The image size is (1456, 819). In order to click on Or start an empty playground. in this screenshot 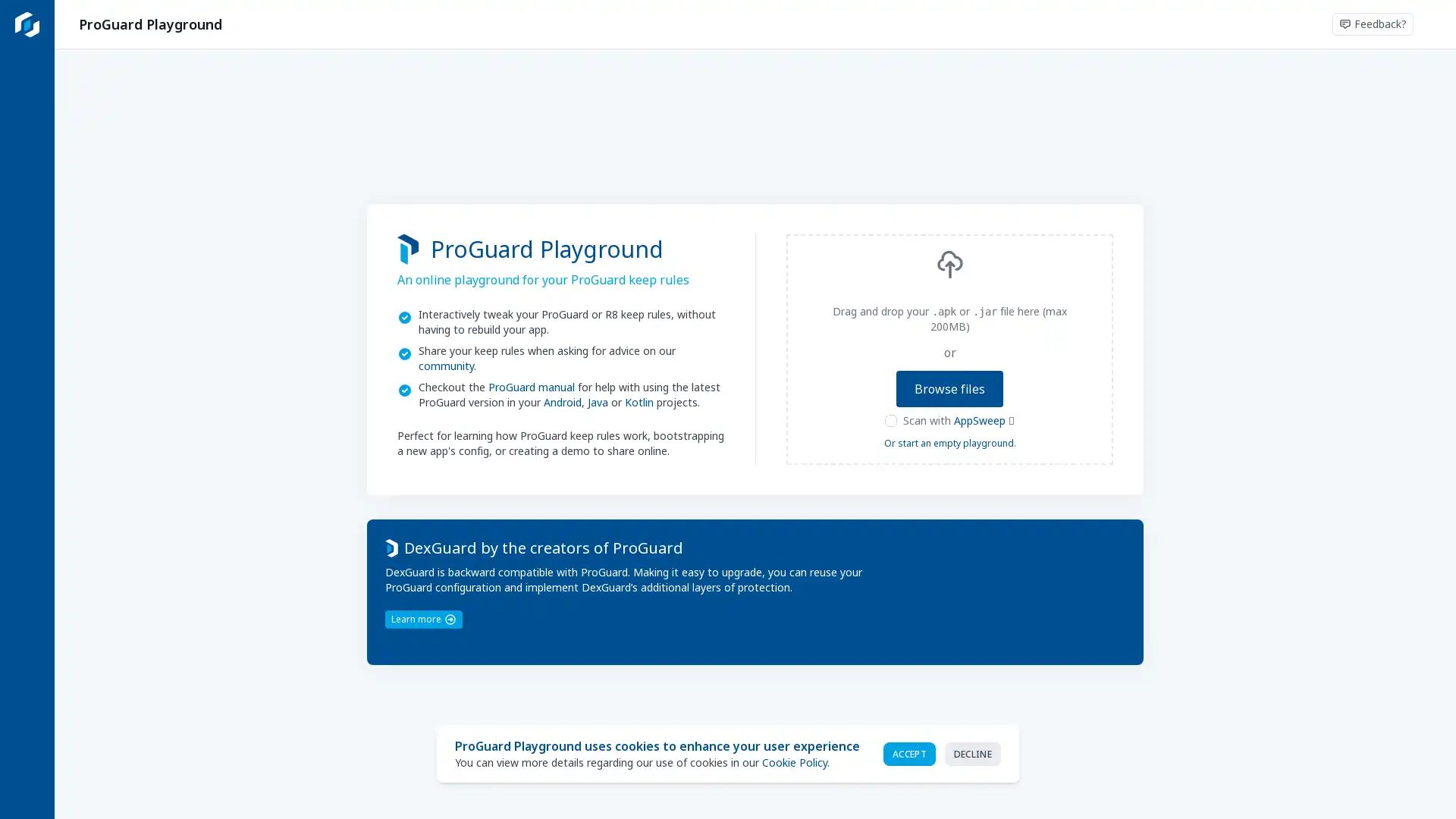, I will do `click(949, 442)`.